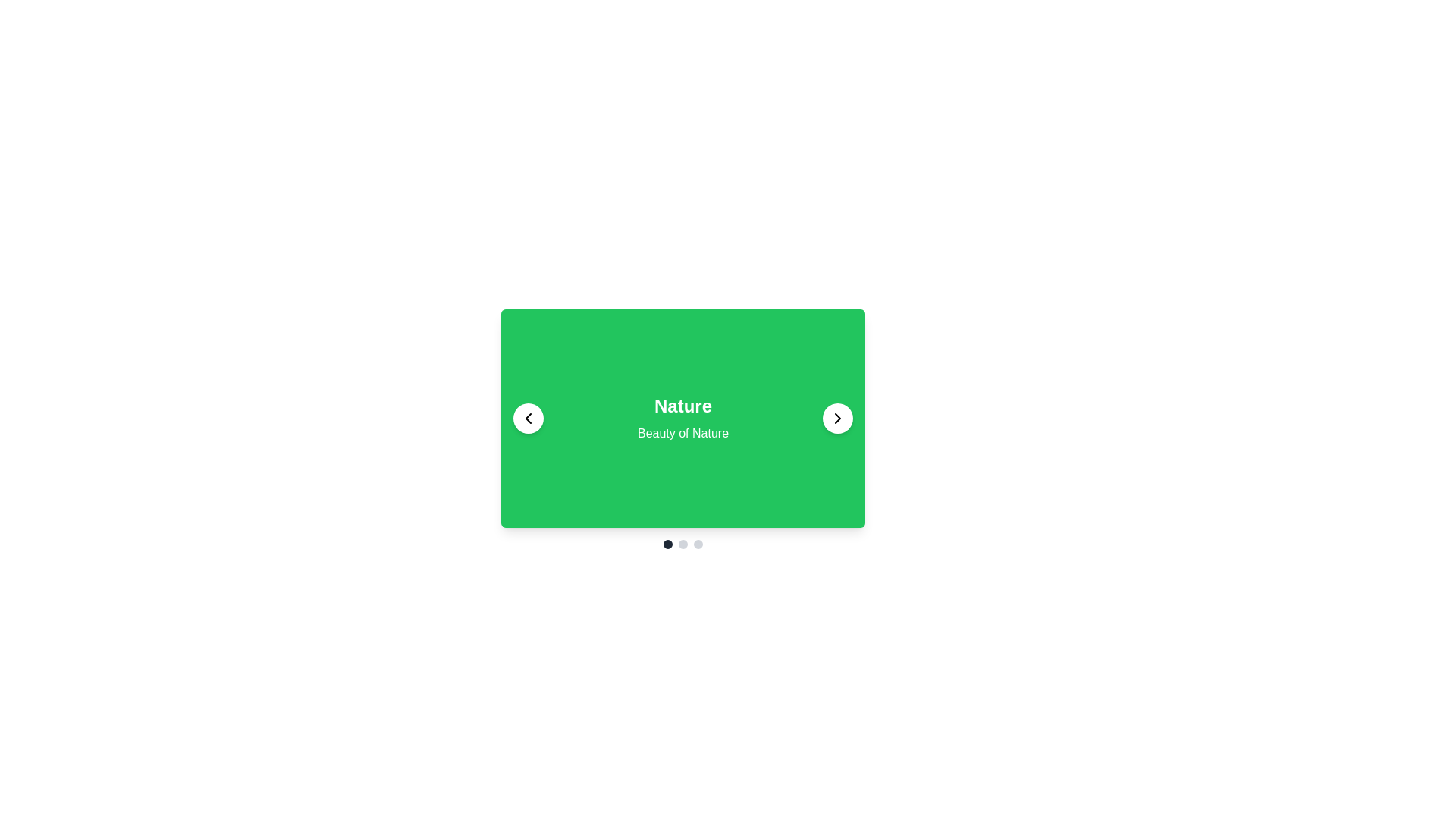 This screenshot has height=819, width=1456. What do you see at coordinates (836, 418) in the screenshot?
I see `the button located at the far right side of the green rectangular card` at bounding box center [836, 418].